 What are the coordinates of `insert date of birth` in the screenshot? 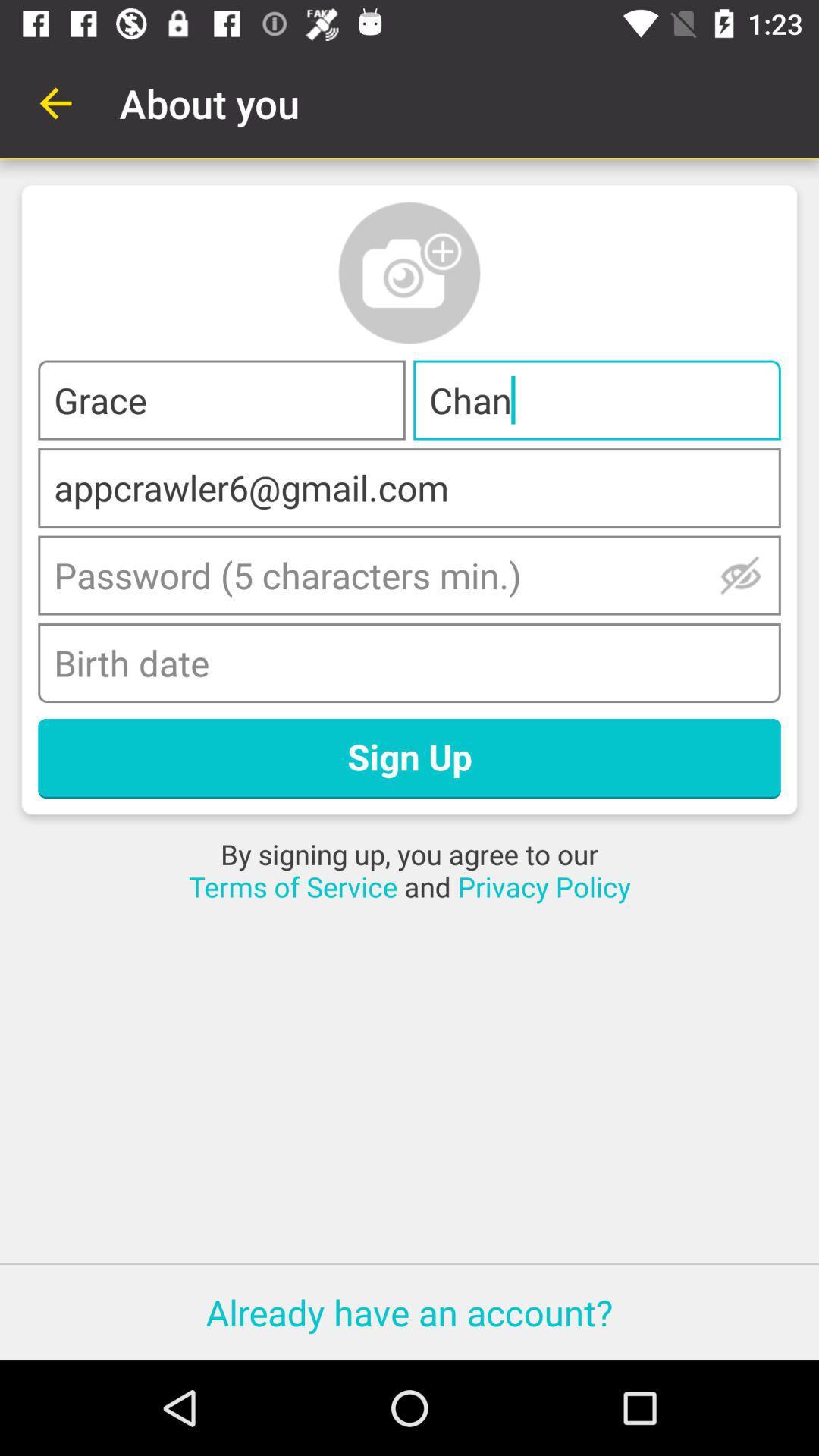 It's located at (409, 663).